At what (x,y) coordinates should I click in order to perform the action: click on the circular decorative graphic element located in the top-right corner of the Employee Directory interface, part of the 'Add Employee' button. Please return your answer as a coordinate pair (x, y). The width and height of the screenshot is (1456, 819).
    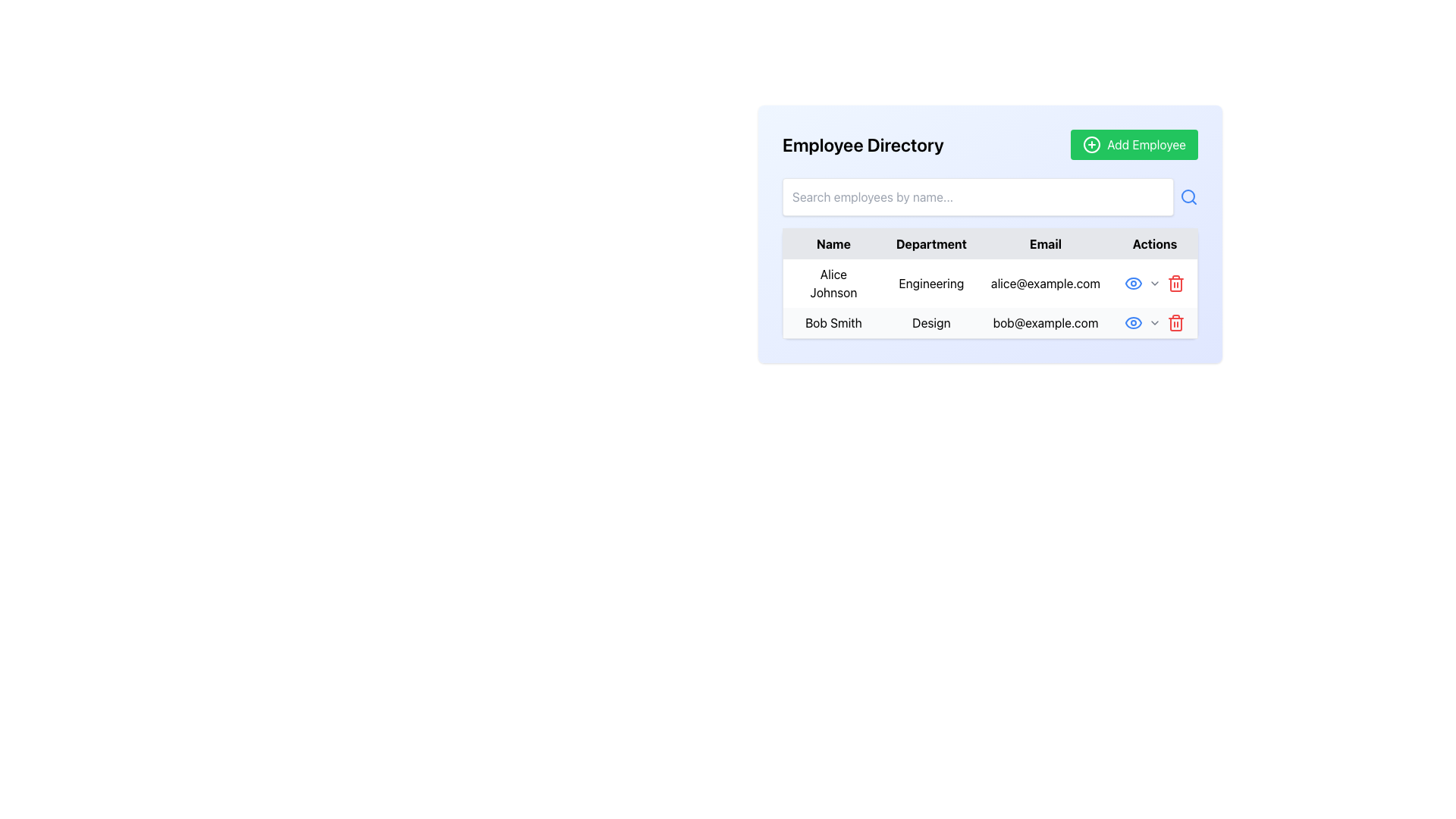
    Looking at the image, I should click on (1092, 145).